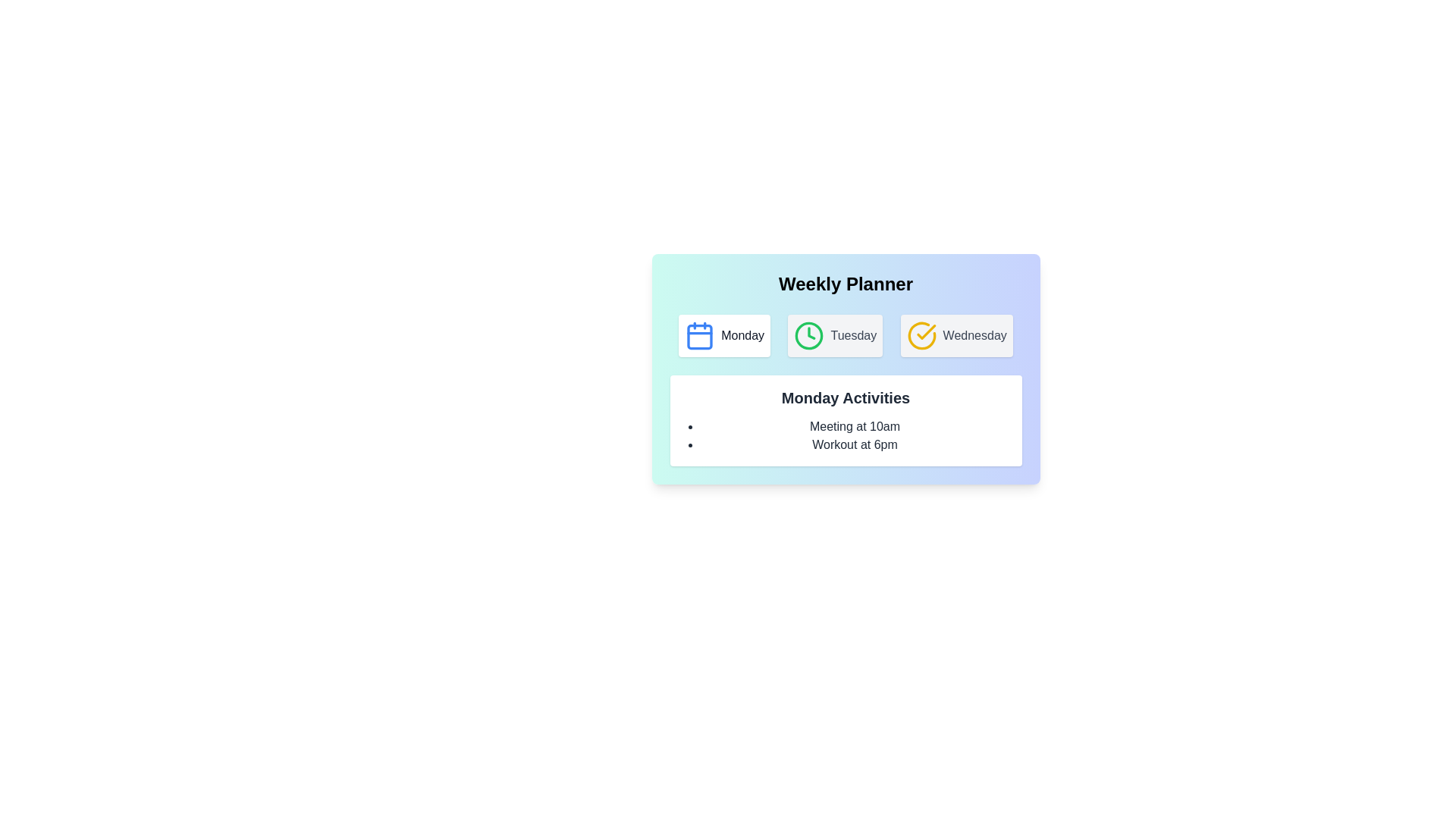  What do you see at coordinates (955, 335) in the screenshot?
I see `the button corresponding to Wednesday to switch the displayed activities to that day` at bounding box center [955, 335].